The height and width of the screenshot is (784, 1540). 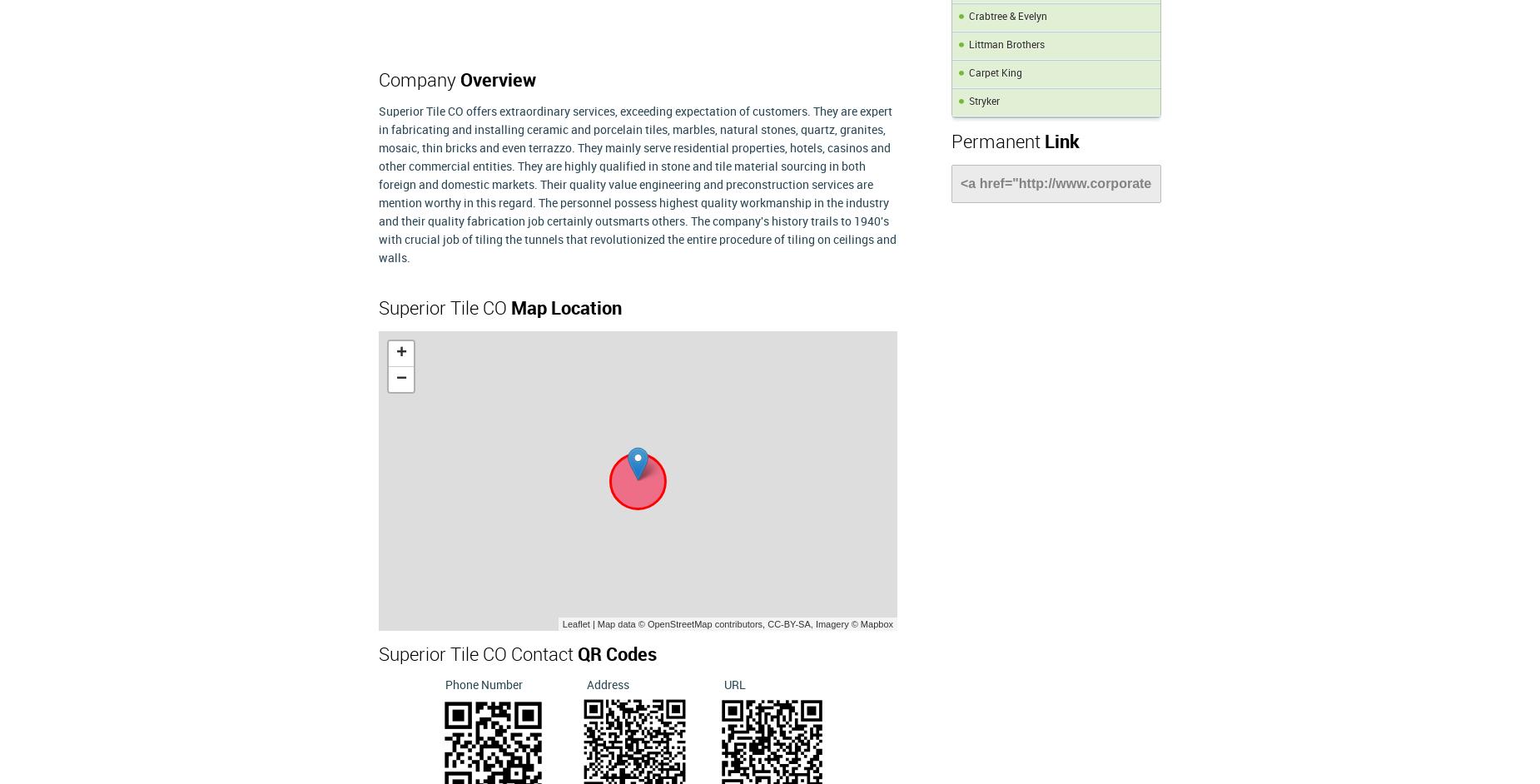 I want to click on 'Superior Tile CO', so click(x=445, y=308).